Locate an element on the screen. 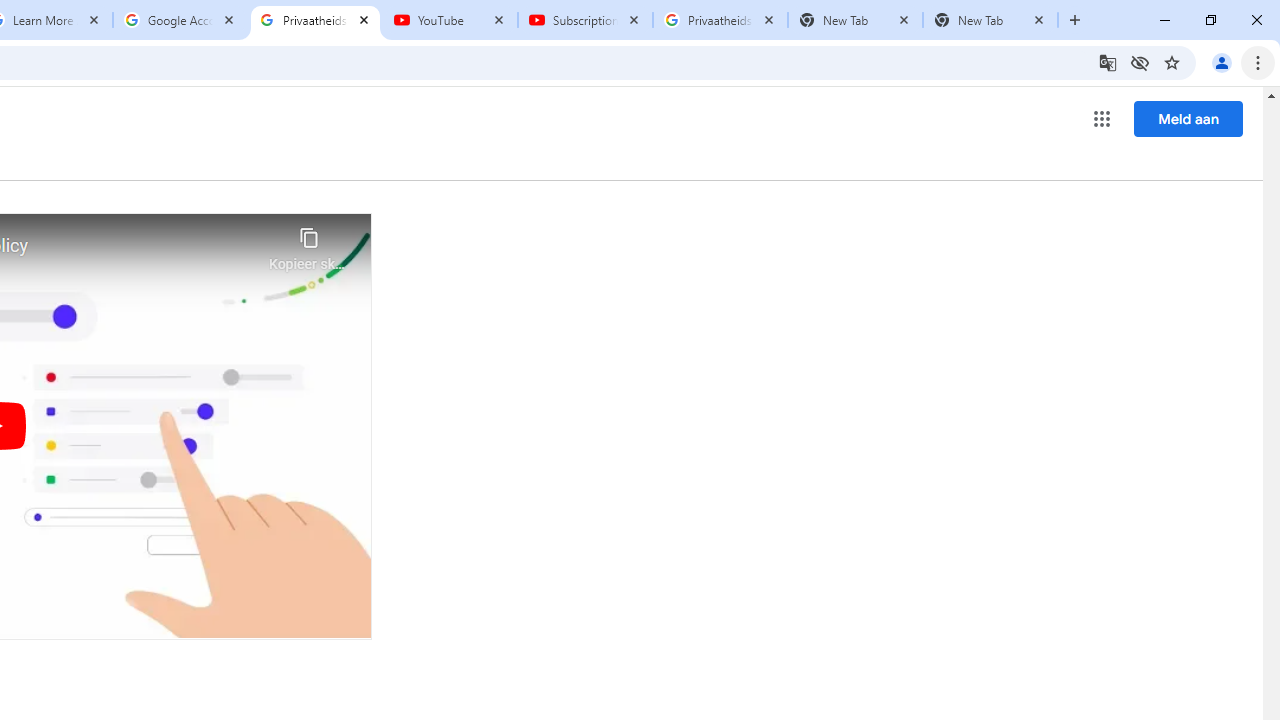  'YouTube' is located at coordinates (449, 20).